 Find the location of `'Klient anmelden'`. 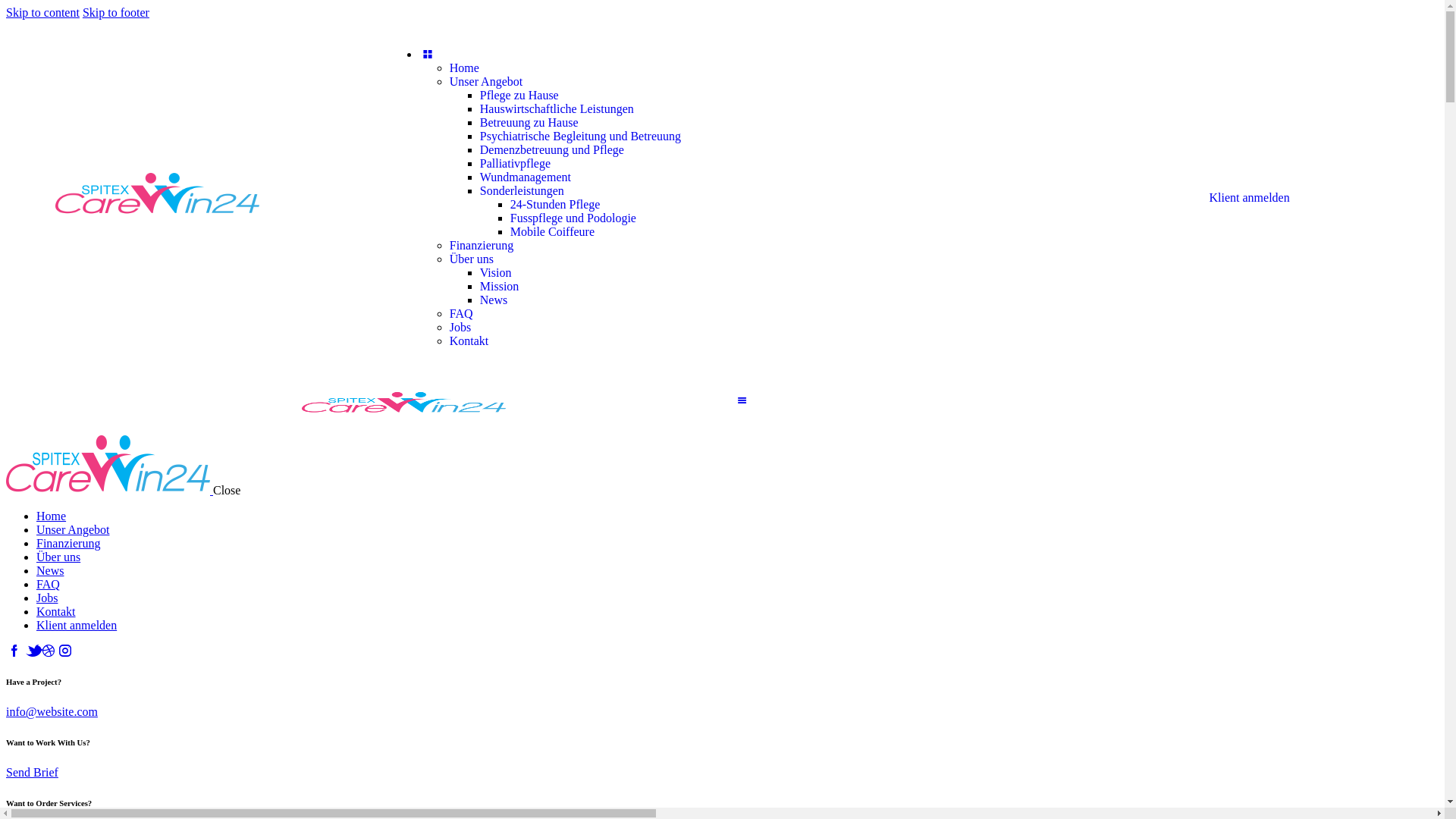

'Klient anmelden' is located at coordinates (1248, 196).